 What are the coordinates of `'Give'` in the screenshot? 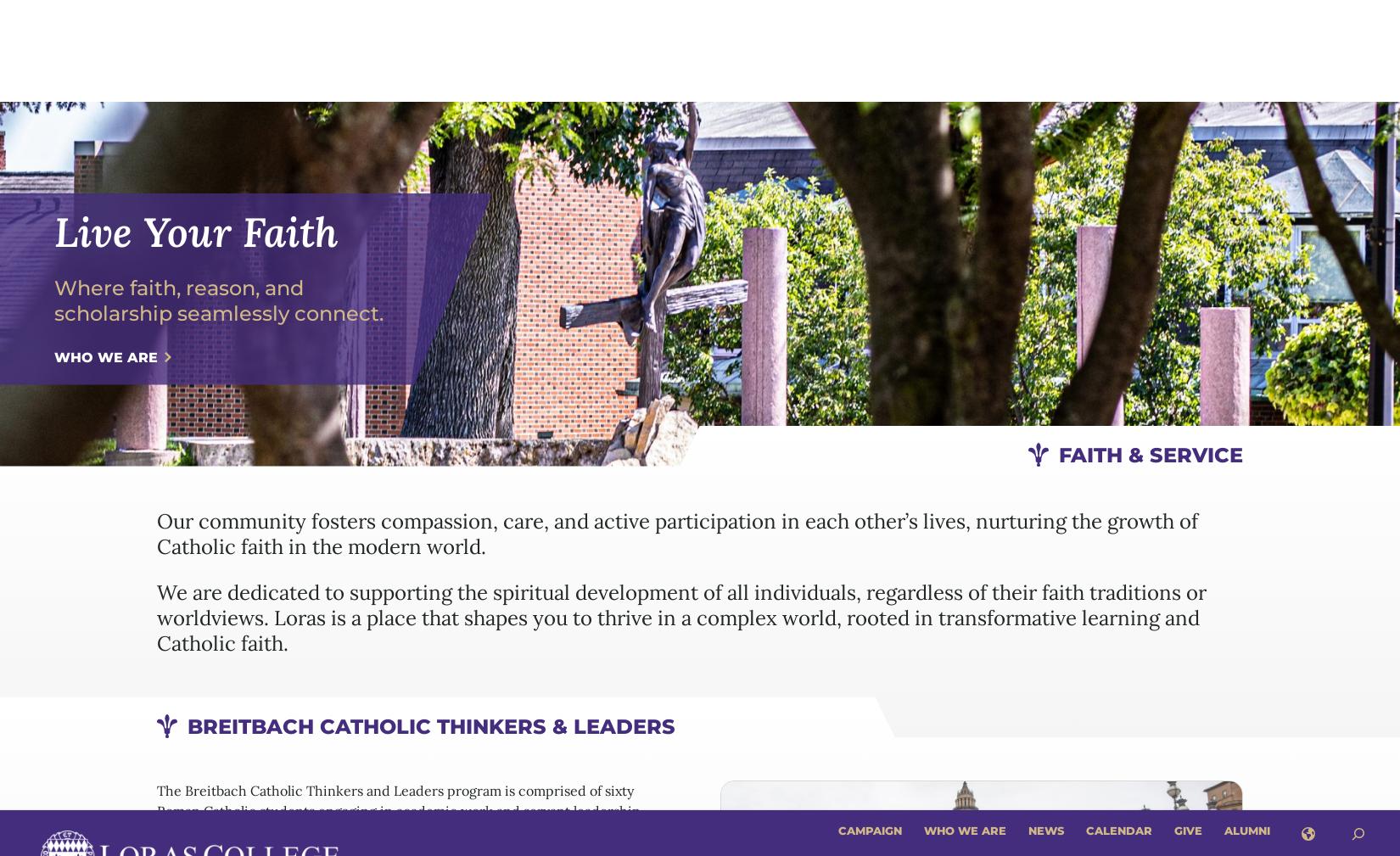 It's located at (1187, 20).